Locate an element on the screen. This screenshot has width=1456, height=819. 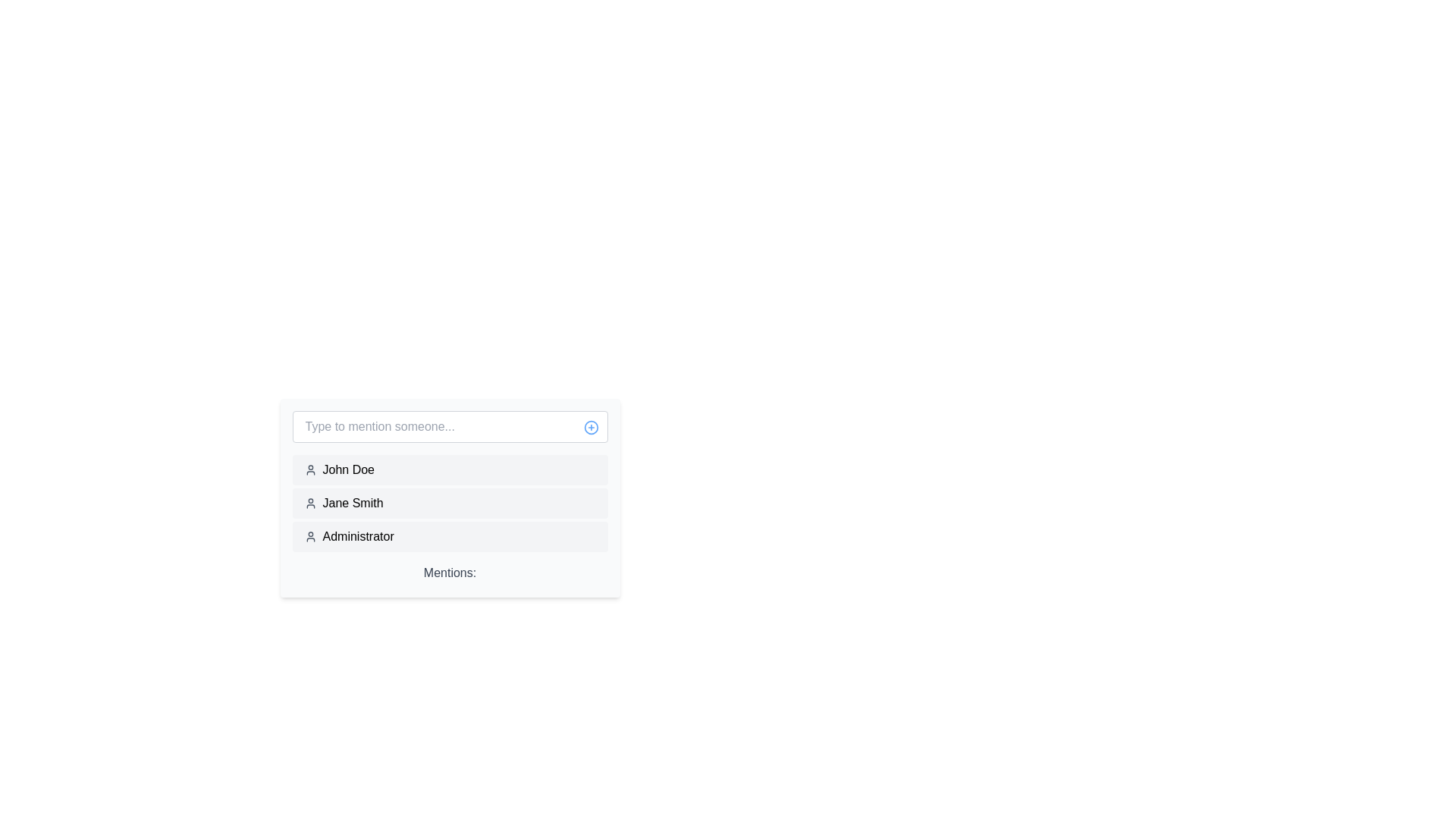
the profile icon representing the user's identity located at the leftmost side of the 'Administrator' row in the dropdown list is located at coordinates (309, 536).